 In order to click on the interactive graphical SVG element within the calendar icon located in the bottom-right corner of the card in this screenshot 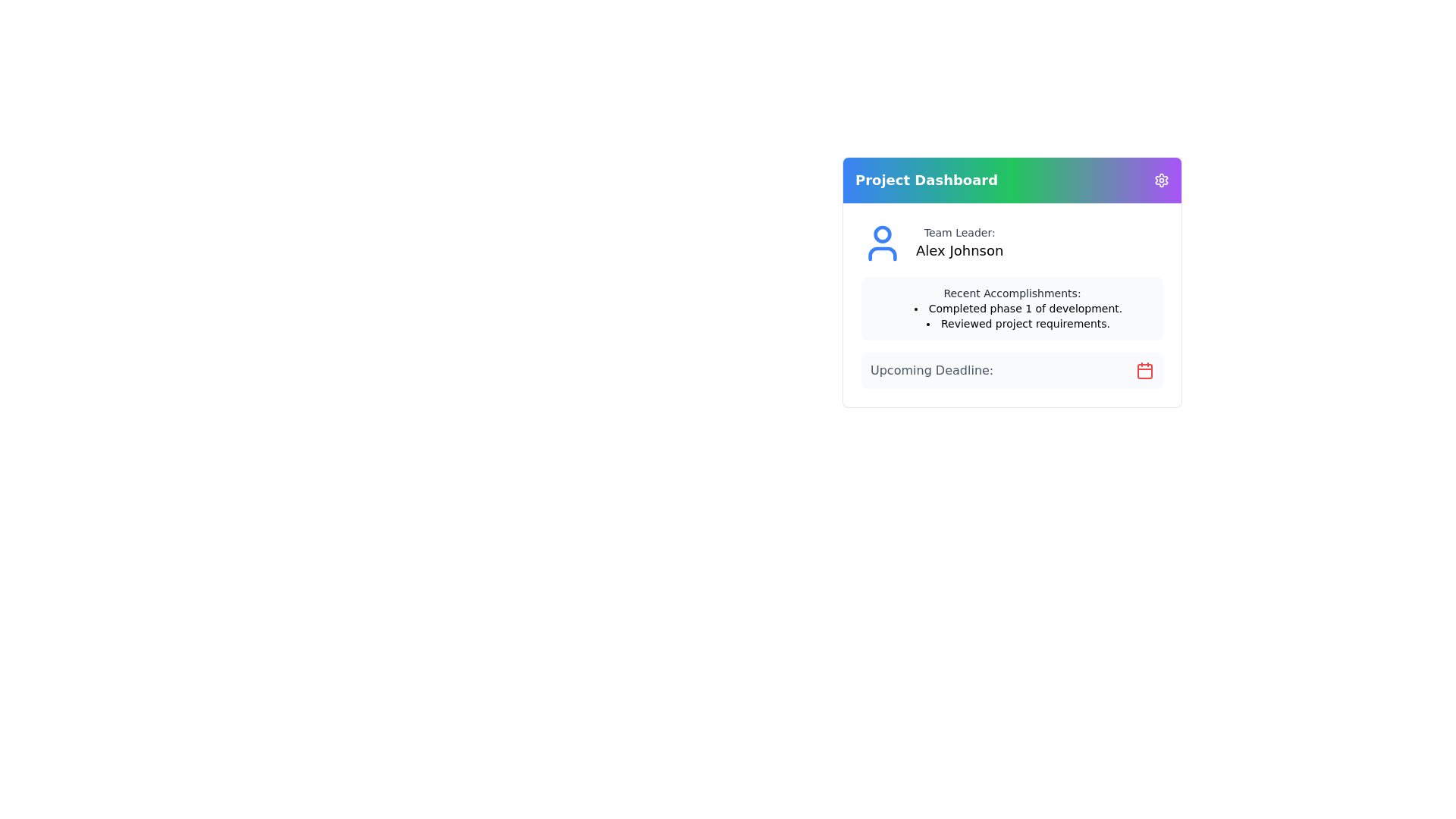, I will do `click(1145, 371)`.